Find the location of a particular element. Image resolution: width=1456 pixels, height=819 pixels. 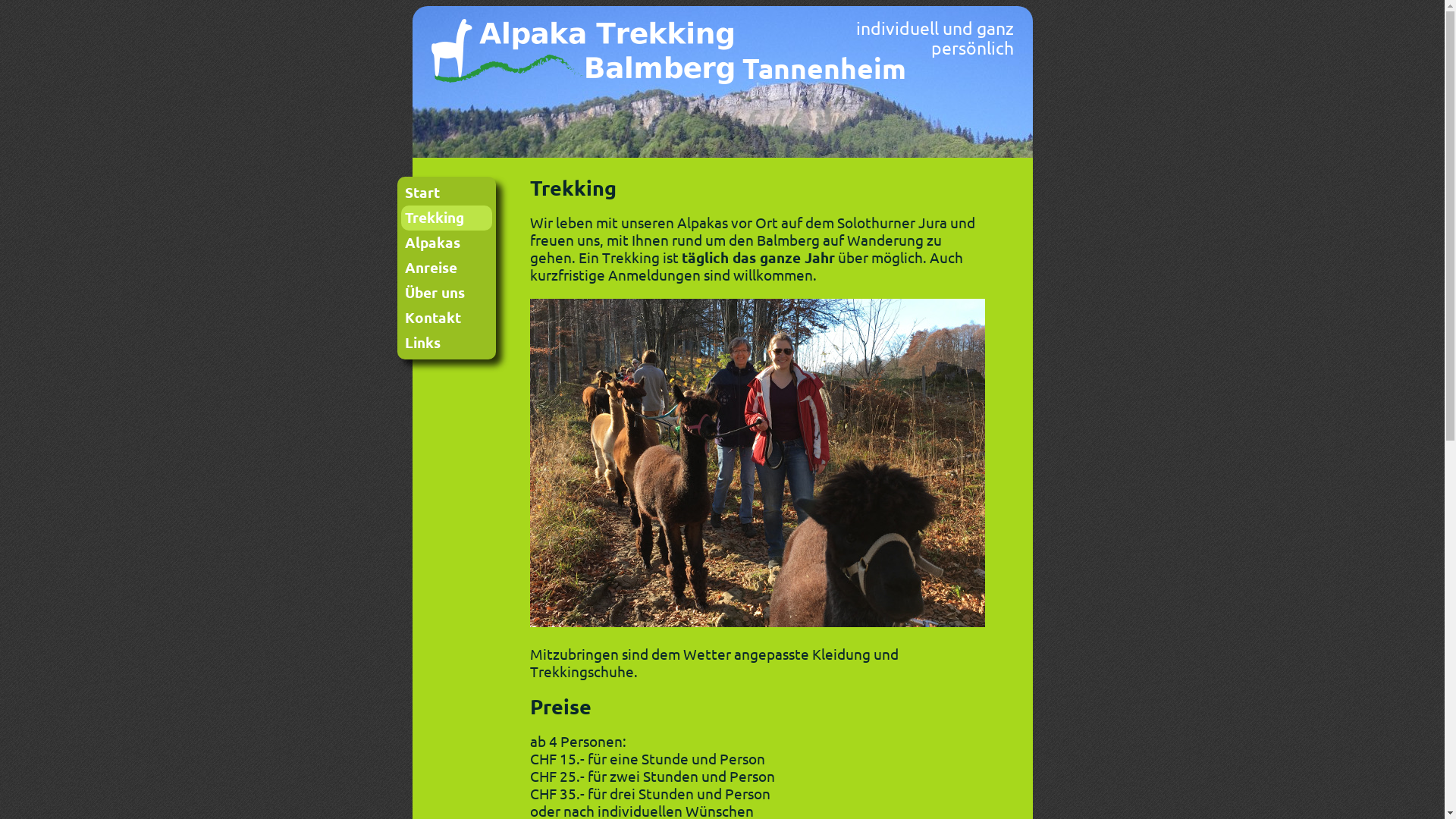

'Trekking' is located at coordinates (445, 218).